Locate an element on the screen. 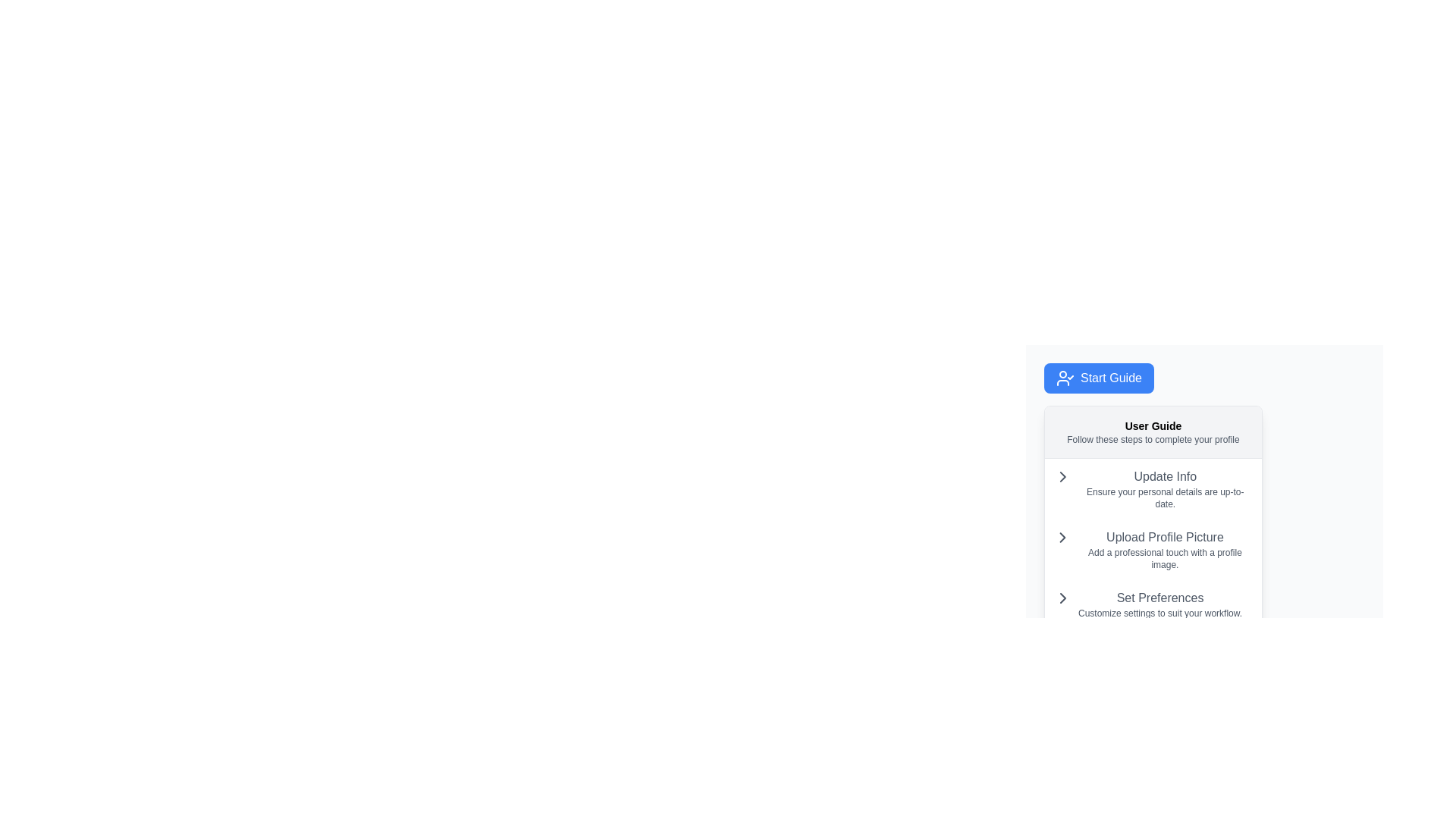 The height and width of the screenshot is (819, 1456). the second item in the vertical list that informs the user about updating their personal details is located at coordinates (1164, 488).